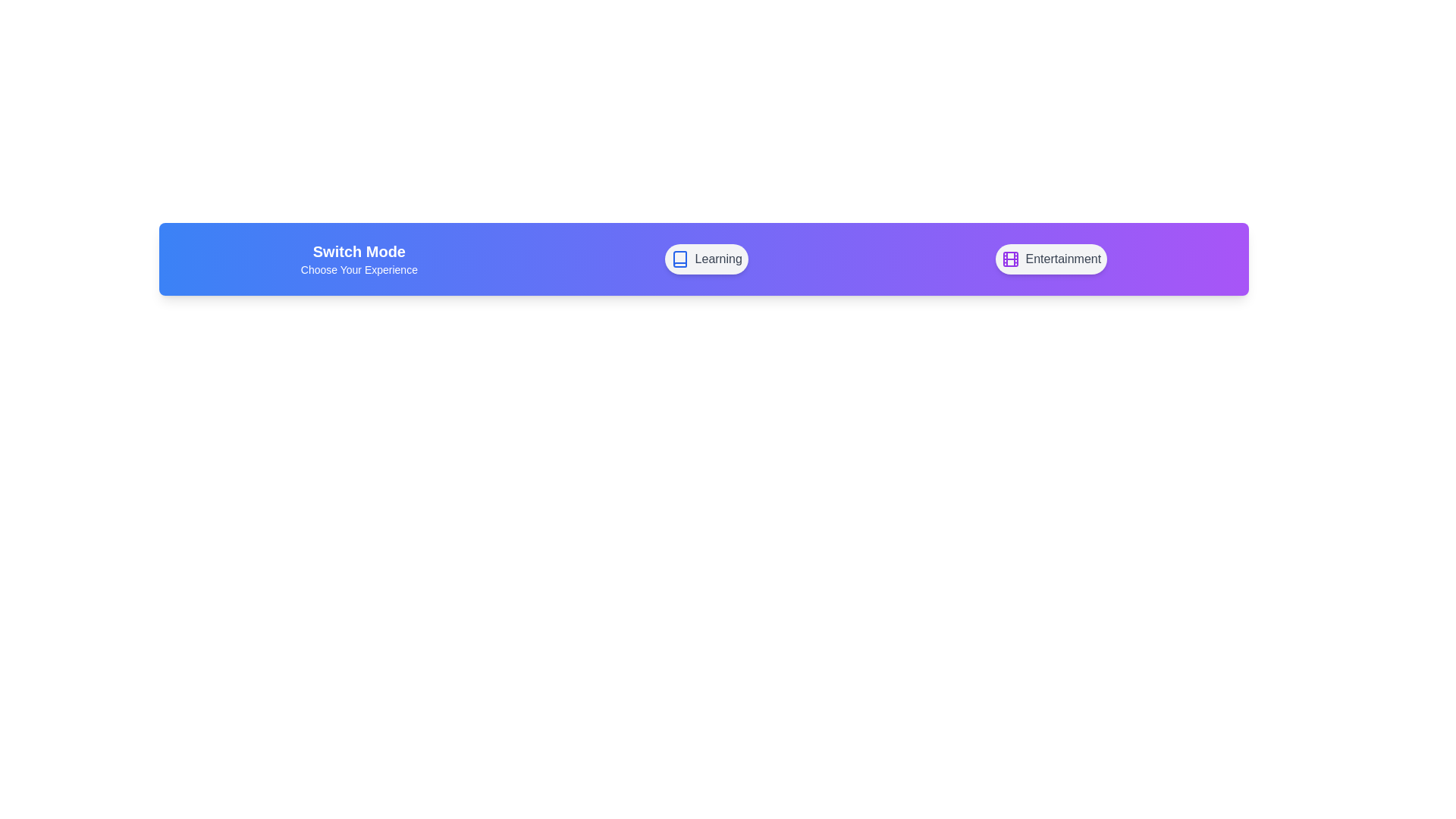 This screenshot has width=1456, height=819. Describe the element at coordinates (705, 259) in the screenshot. I see `the 'Learning' button, the second button in a horizontally-stretched card with a gradient background` at that location.